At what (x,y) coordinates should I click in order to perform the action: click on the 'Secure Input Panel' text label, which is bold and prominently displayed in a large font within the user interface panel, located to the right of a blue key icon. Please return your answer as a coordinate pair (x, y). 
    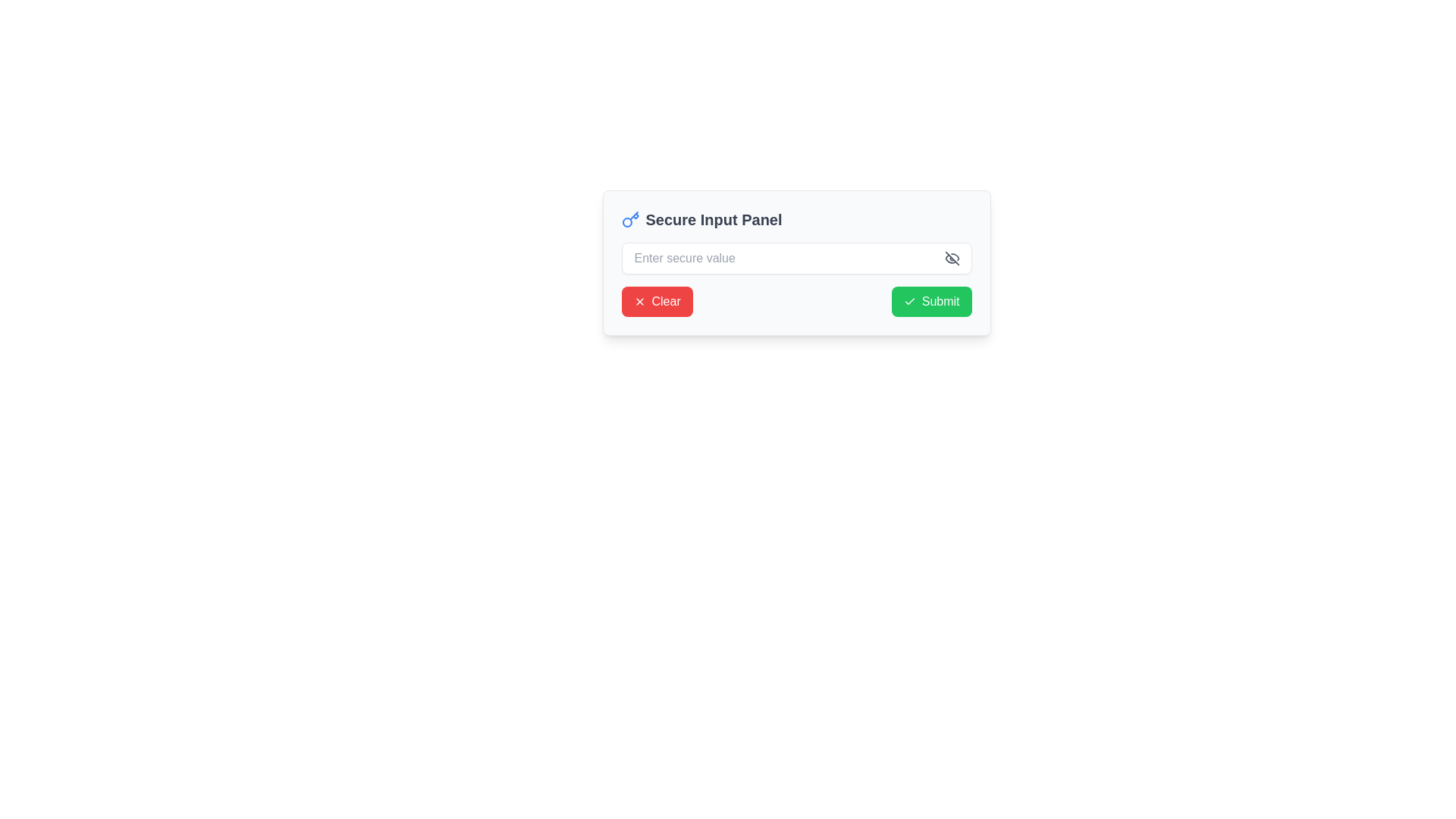
    Looking at the image, I should click on (713, 219).